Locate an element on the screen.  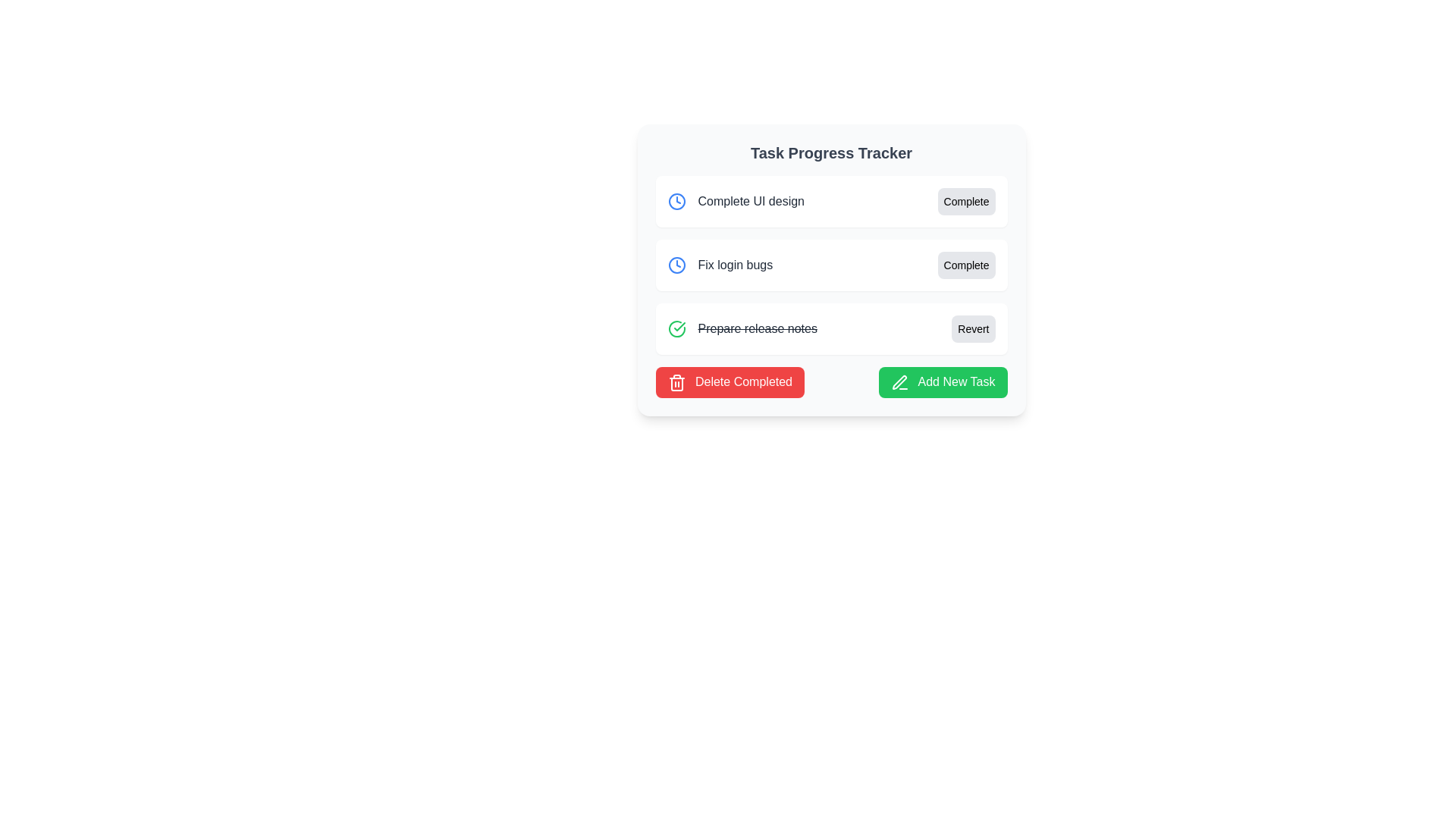
the delete button located in the bottom-left corner of the task management interface is located at coordinates (730, 381).